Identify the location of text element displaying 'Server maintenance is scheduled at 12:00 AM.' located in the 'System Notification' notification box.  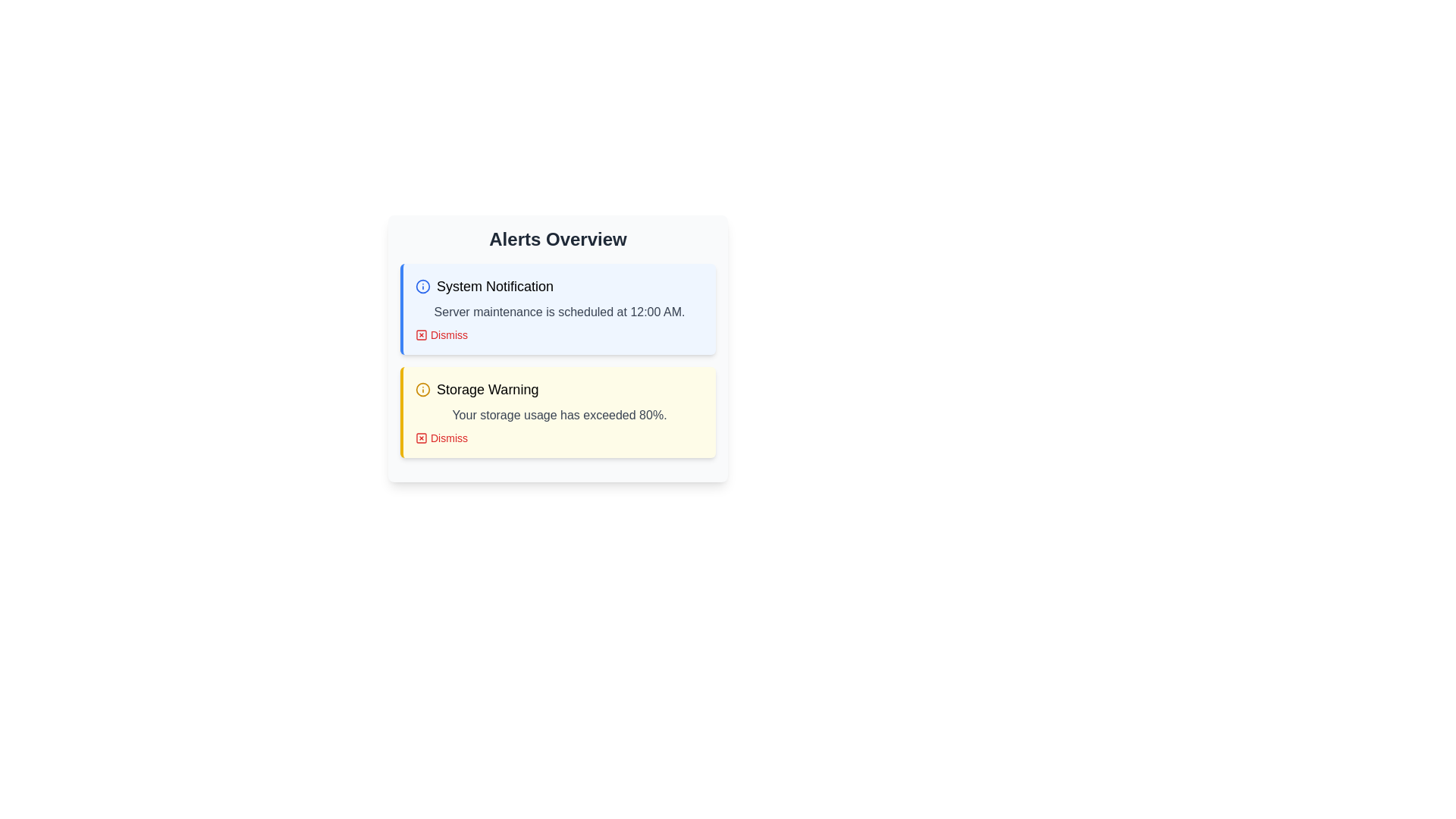
(559, 312).